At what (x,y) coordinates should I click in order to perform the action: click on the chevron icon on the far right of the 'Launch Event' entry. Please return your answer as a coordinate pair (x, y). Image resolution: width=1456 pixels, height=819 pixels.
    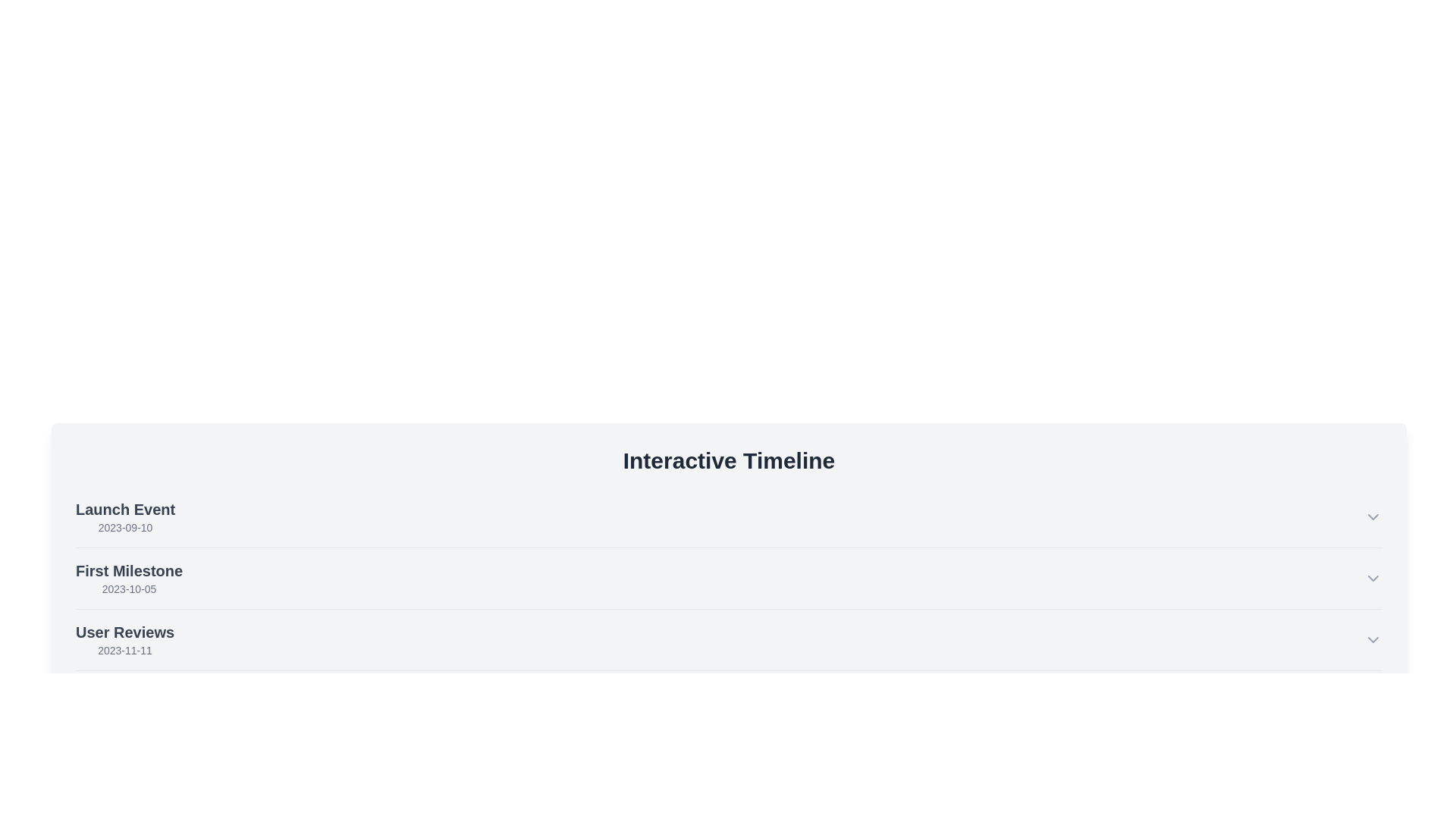
    Looking at the image, I should click on (1373, 516).